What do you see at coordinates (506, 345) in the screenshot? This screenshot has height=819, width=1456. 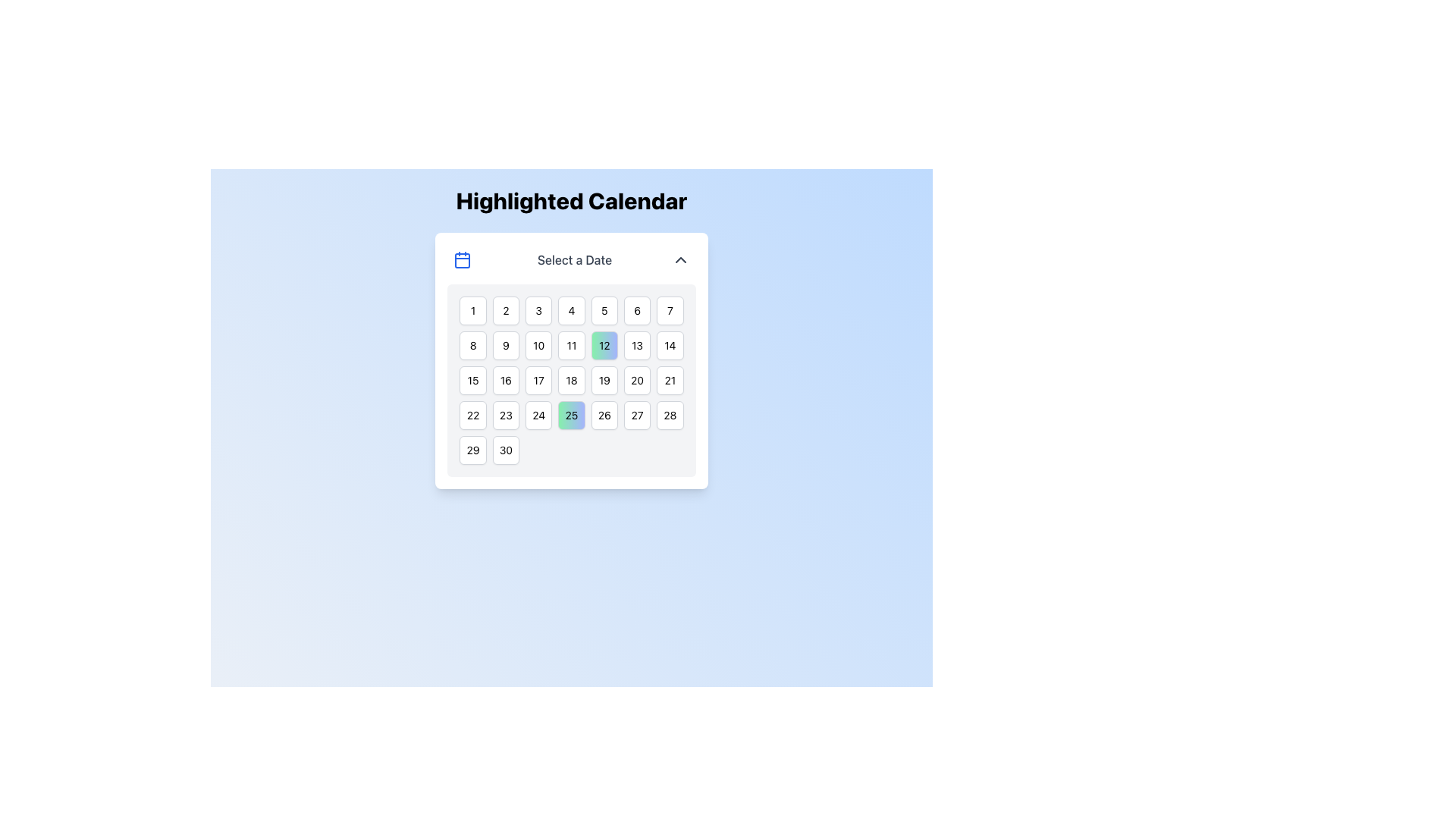 I see `the ninth day button in the calendar interface` at bounding box center [506, 345].